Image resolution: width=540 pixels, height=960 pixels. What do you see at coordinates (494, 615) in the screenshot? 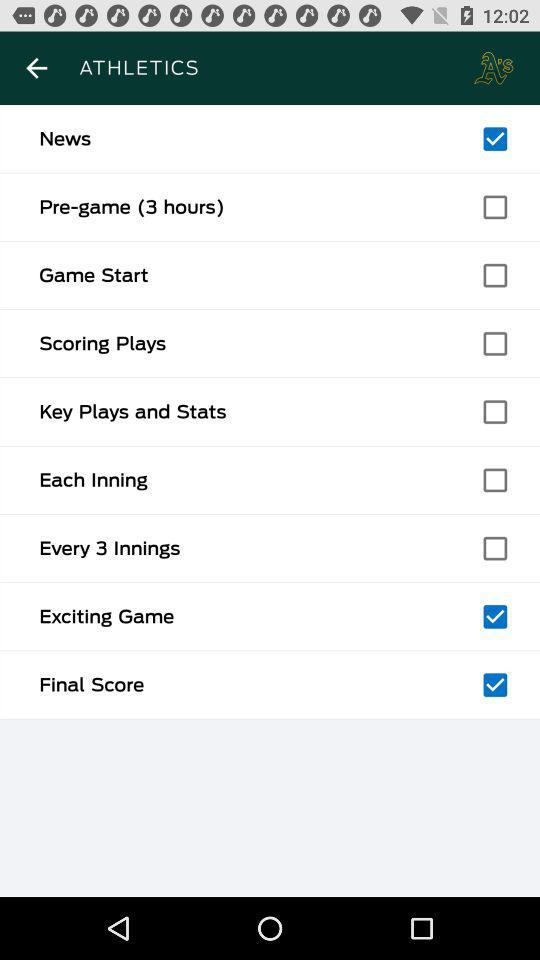
I see `any one` at bounding box center [494, 615].